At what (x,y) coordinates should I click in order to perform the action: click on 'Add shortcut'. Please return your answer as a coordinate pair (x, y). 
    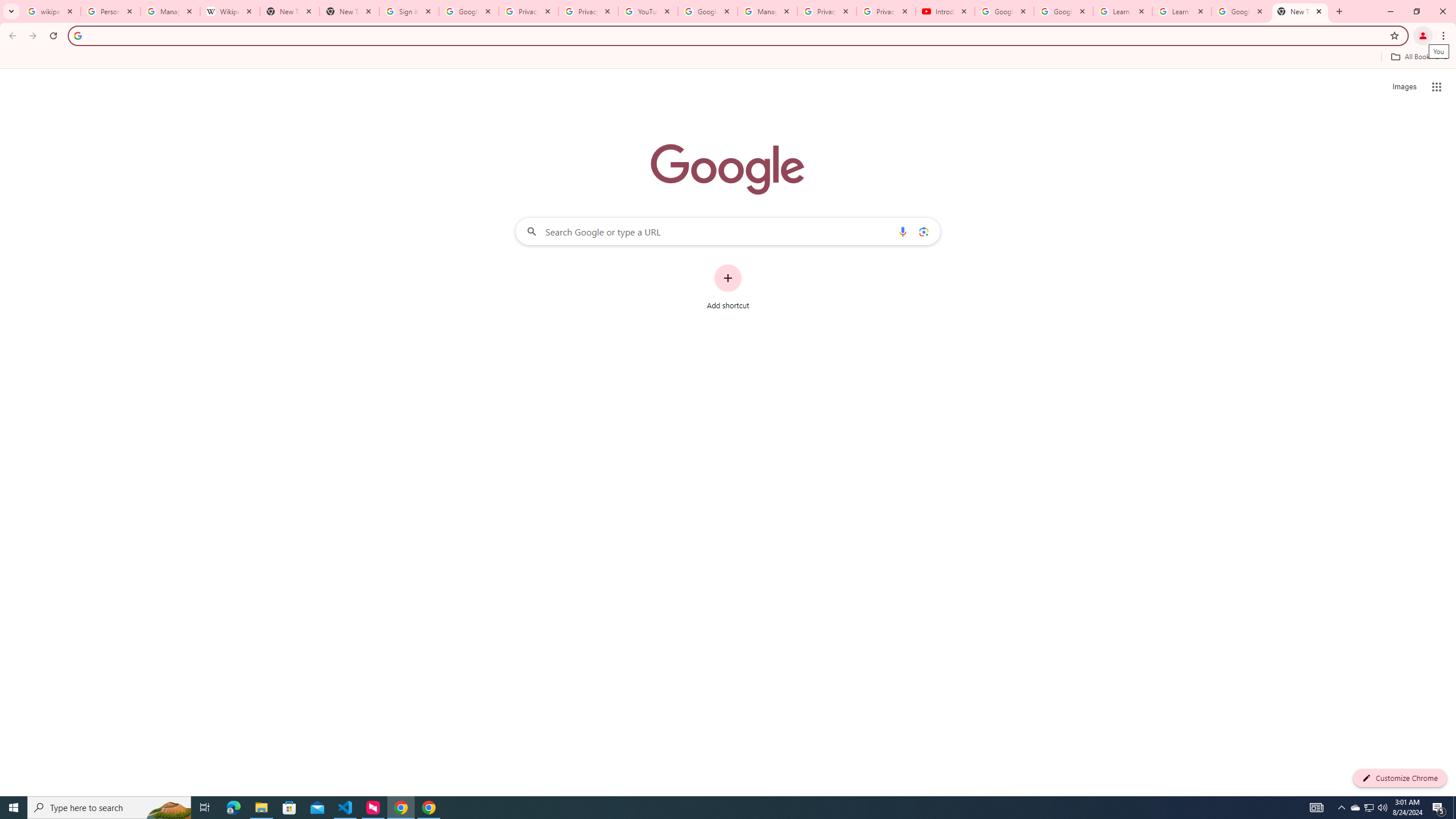
    Looking at the image, I should click on (728, 287).